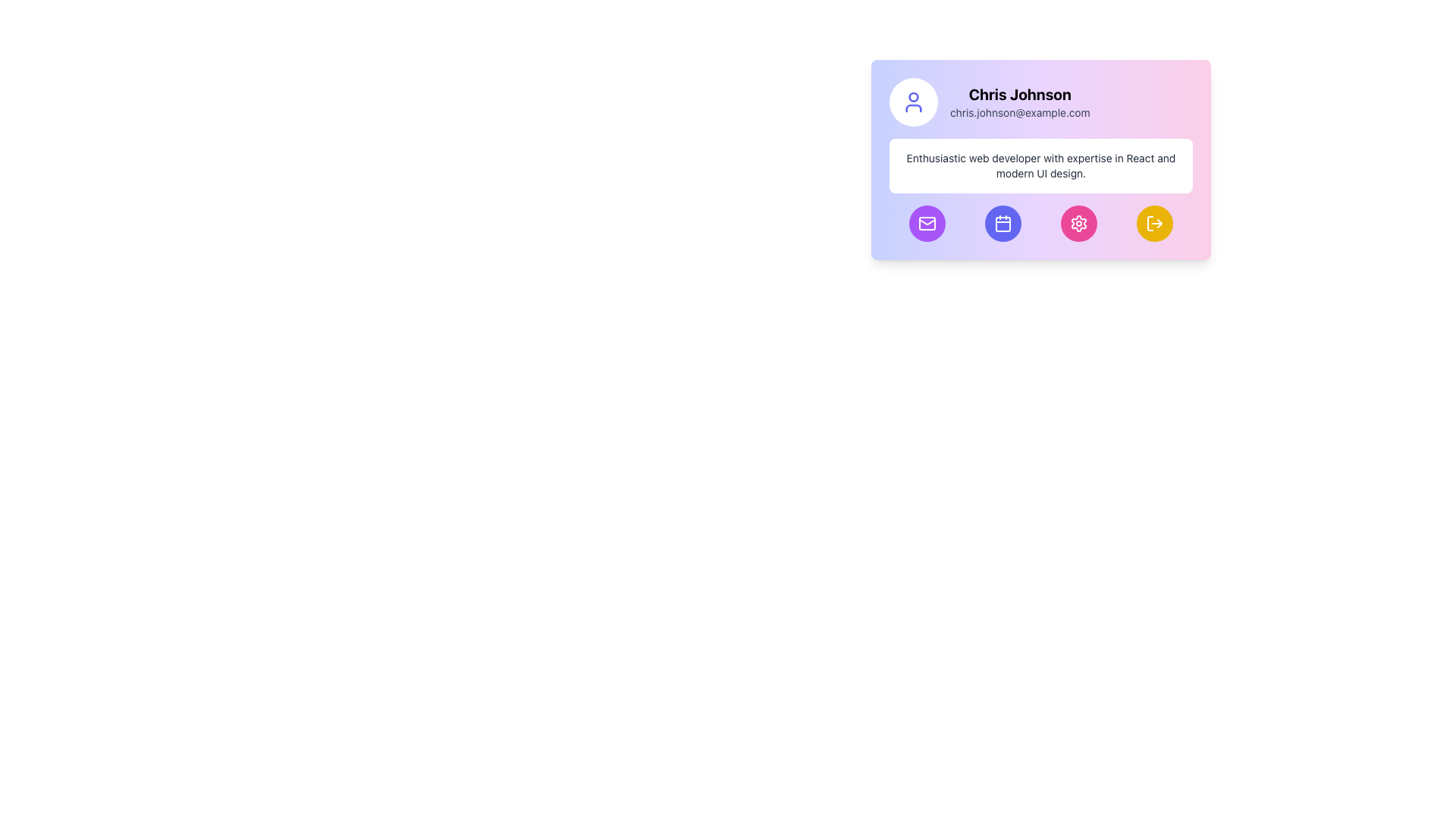 This screenshot has width=1456, height=819. I want to click on the circular shape representing the user's head within the user profile icon at the top-left corner of the user information card, so click(912, 96).